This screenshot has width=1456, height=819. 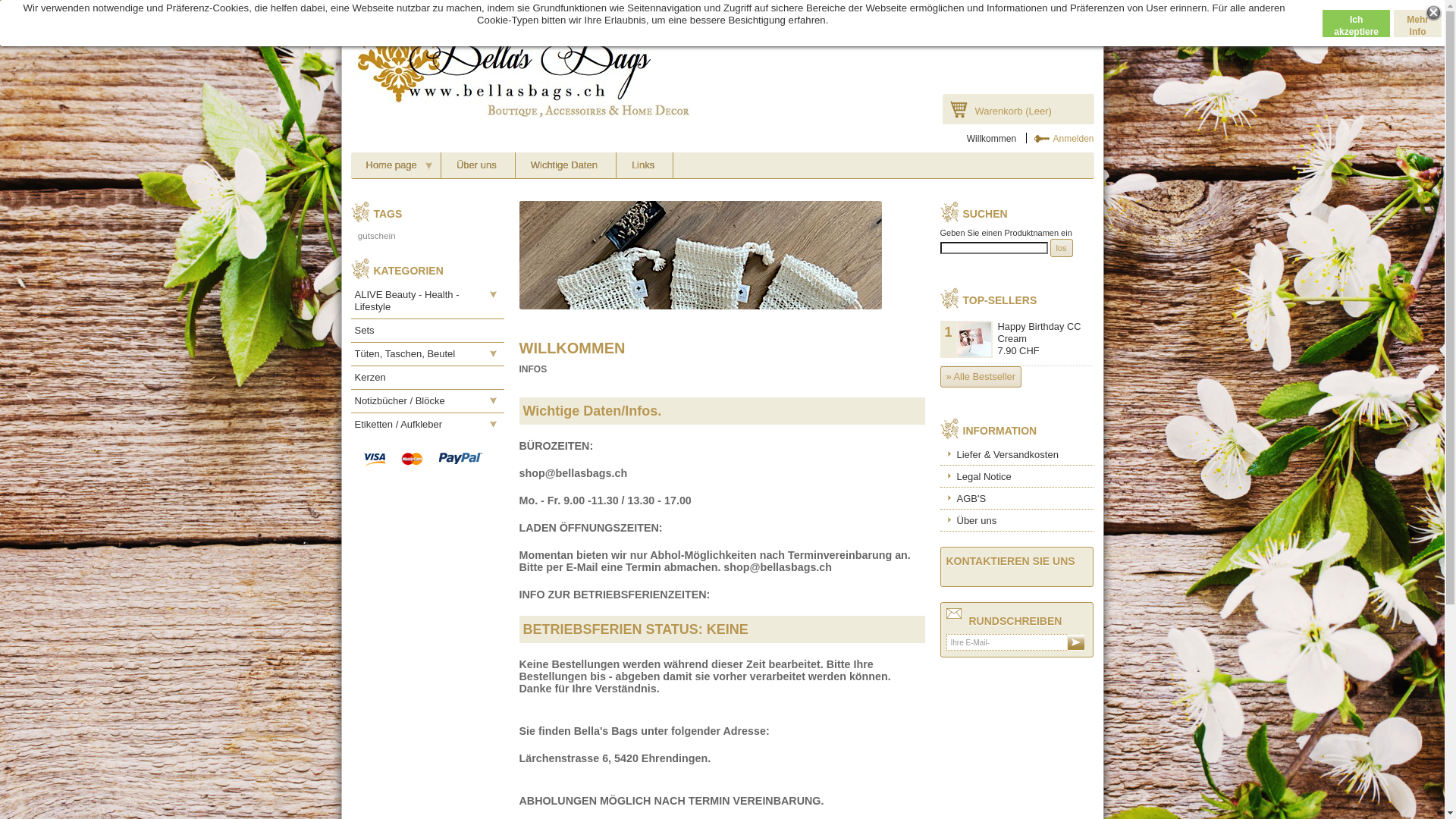 I want to click on 'Warenkorb (Leer)', so click(x=1018, y=108).